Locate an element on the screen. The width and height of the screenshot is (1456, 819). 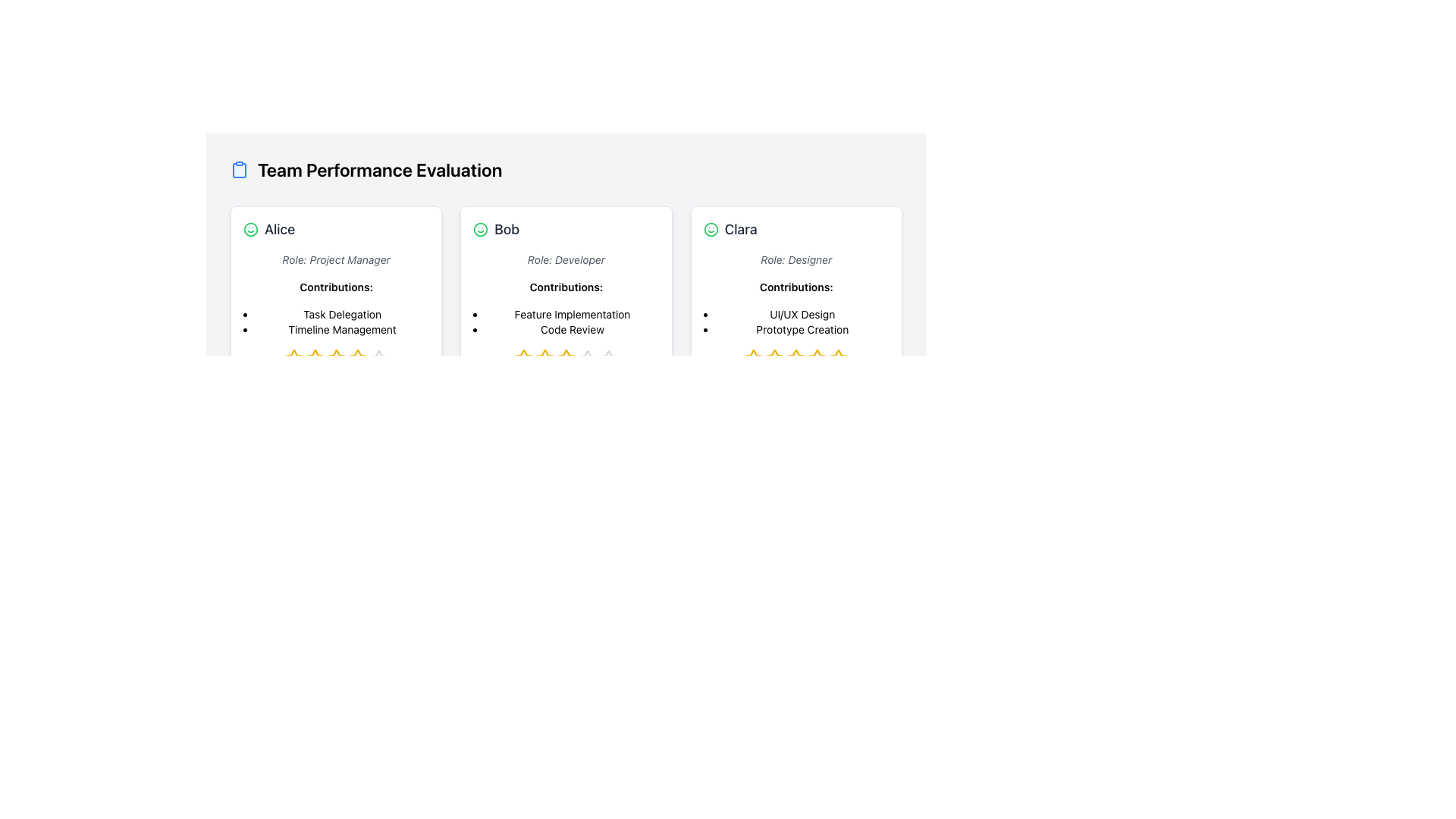
the text heading for the contributions list located within Clara's profile card, below the 'Role: Designer' element is located at coordinates (795, 287).